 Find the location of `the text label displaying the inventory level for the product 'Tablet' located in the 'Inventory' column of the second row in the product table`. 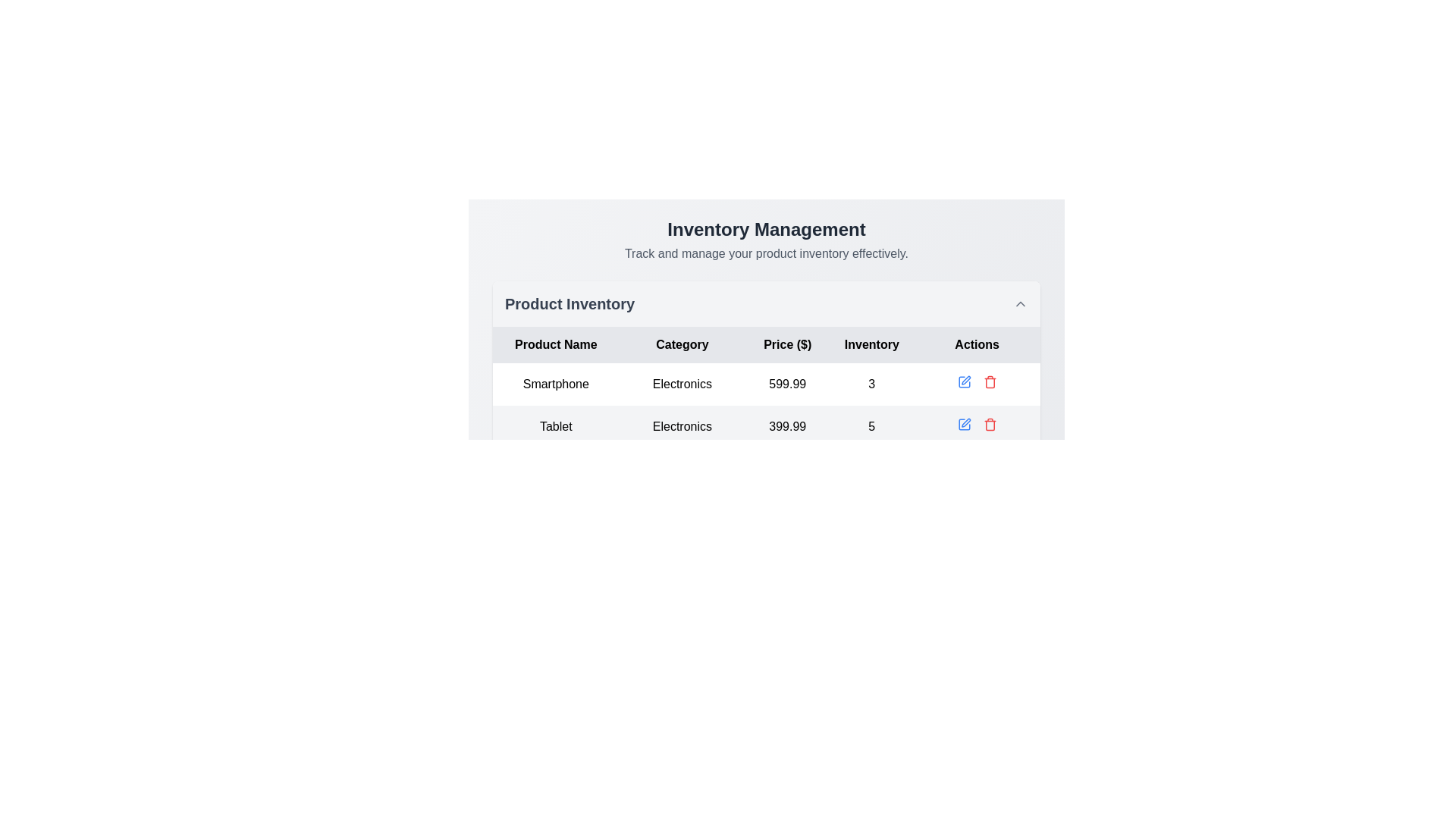

the text label displaying the inventory level for the product 'Tablet' located in the 'Inventory' column of the second row in the product table is located at coordinates (871, 427).